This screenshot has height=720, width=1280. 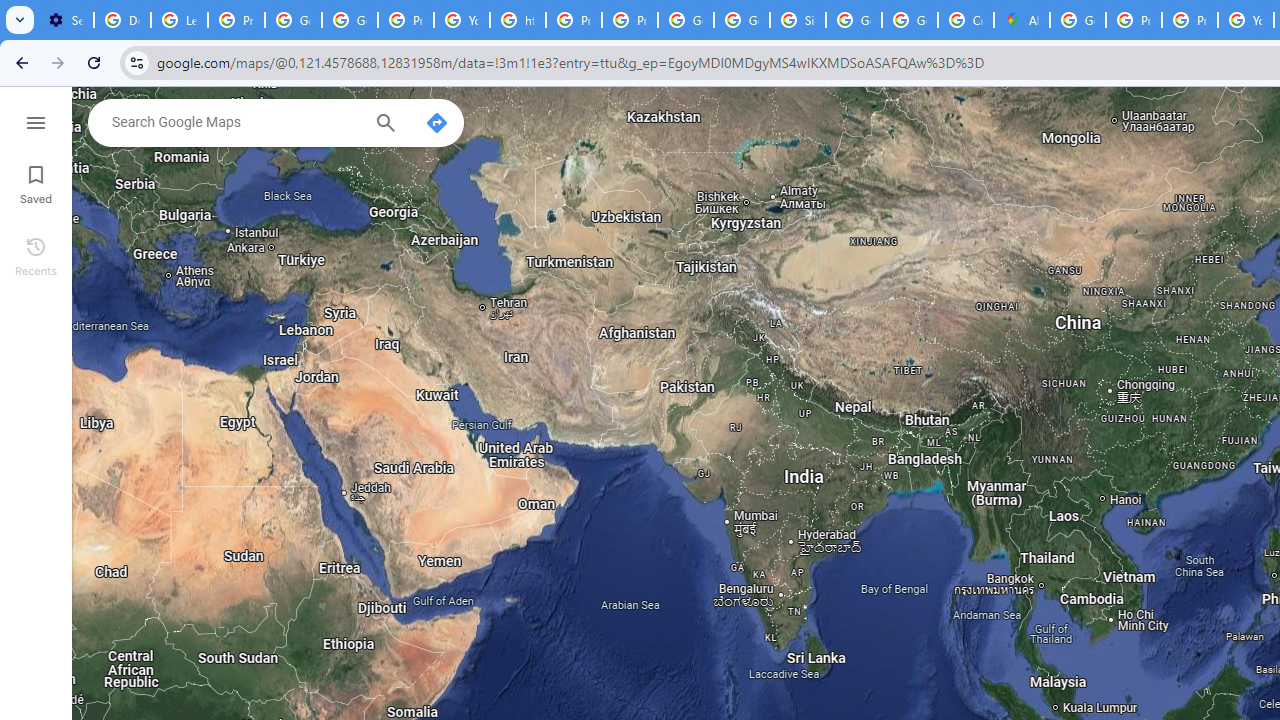 What do you see at coordinates (35, 182) in the screenshot?
I see `'Saved'` at bounding box center [35, 182].